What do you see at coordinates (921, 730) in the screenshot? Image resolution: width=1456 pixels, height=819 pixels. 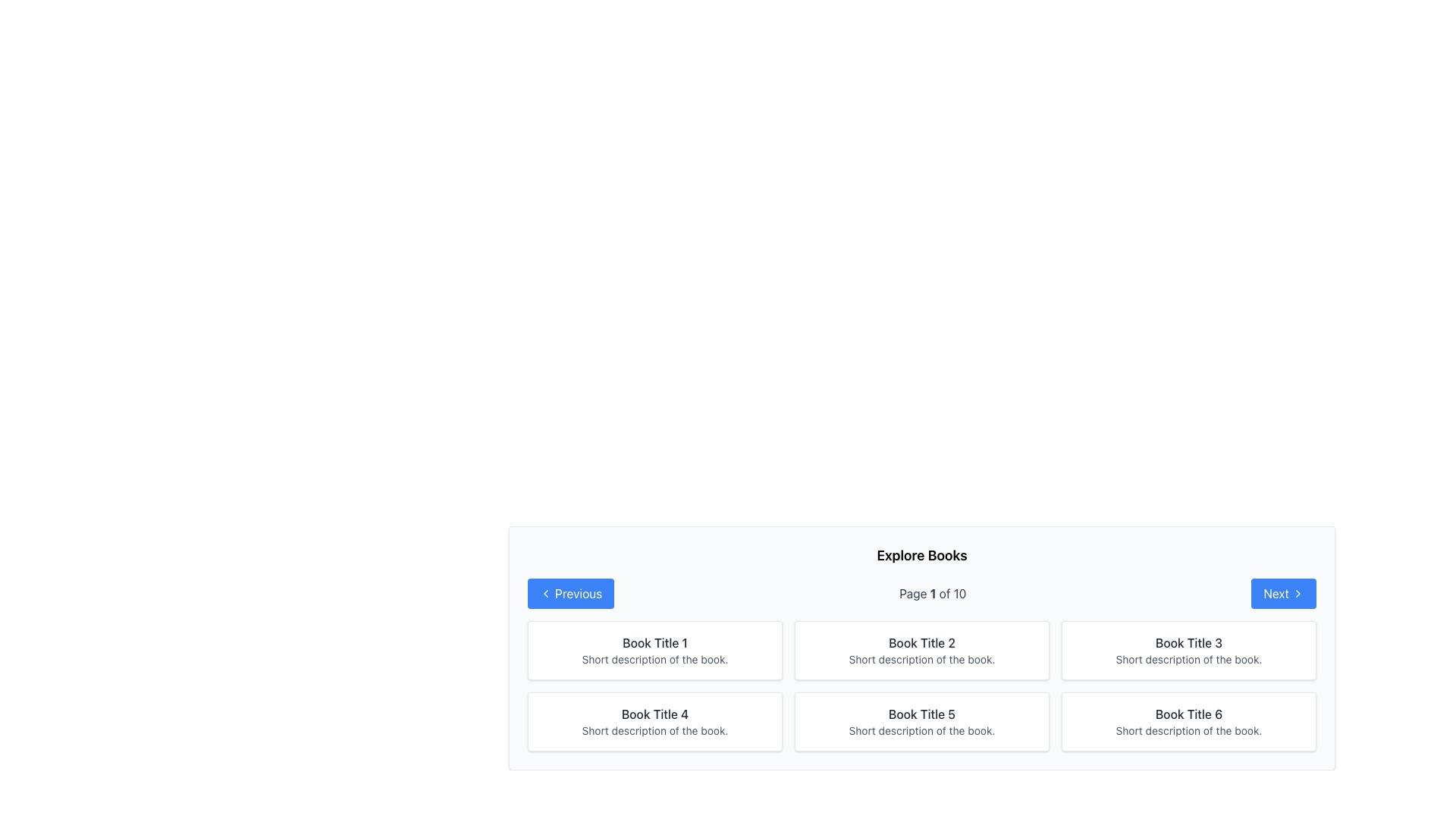 I see `supplementary description text located below the title 'Book Title 5' in the card` at bounding box center [921, 730].